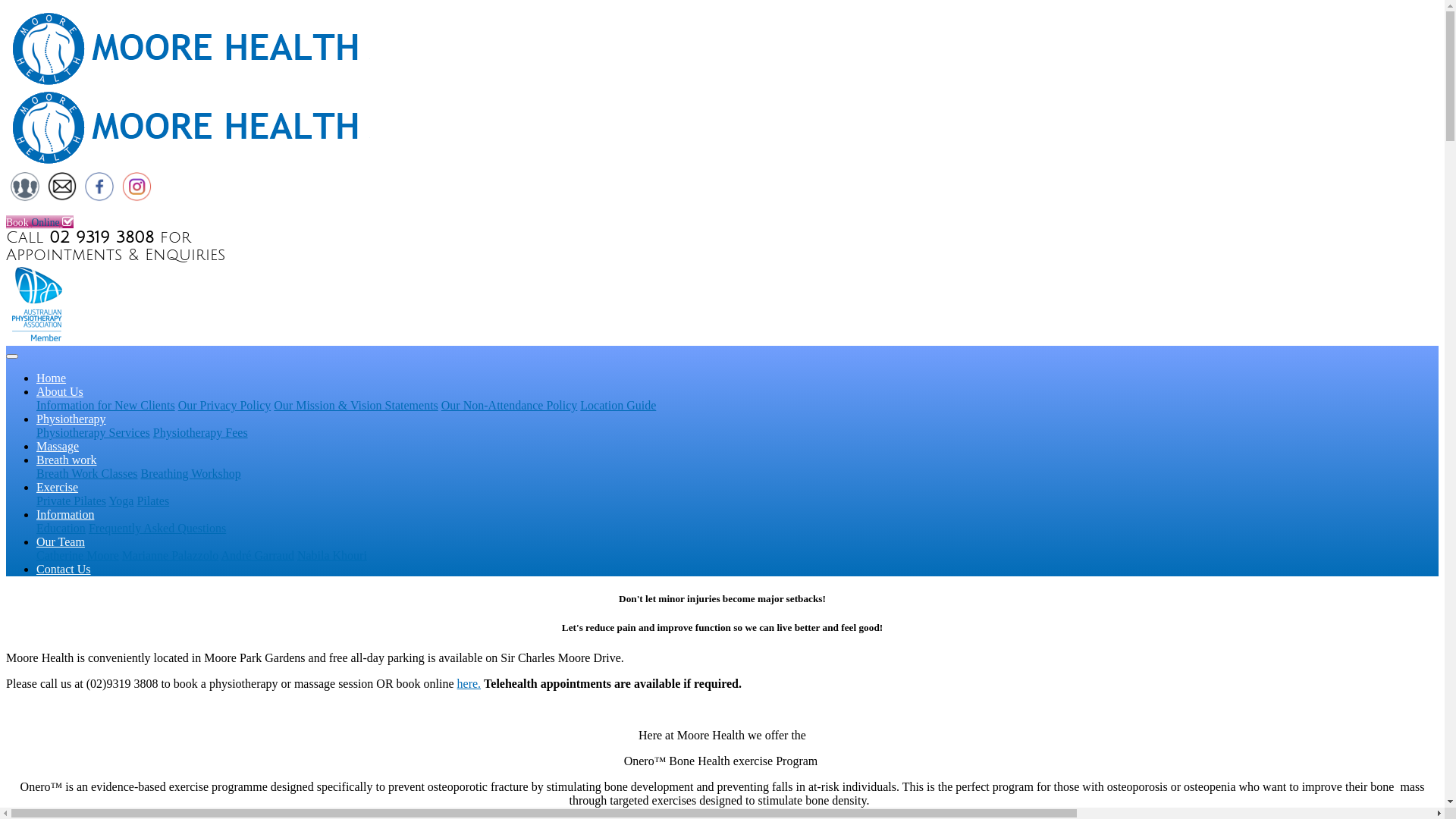  Describe the element at coordinates (98, 196) in the screenshot. I see `'Follow us on Facebook'` at that location.